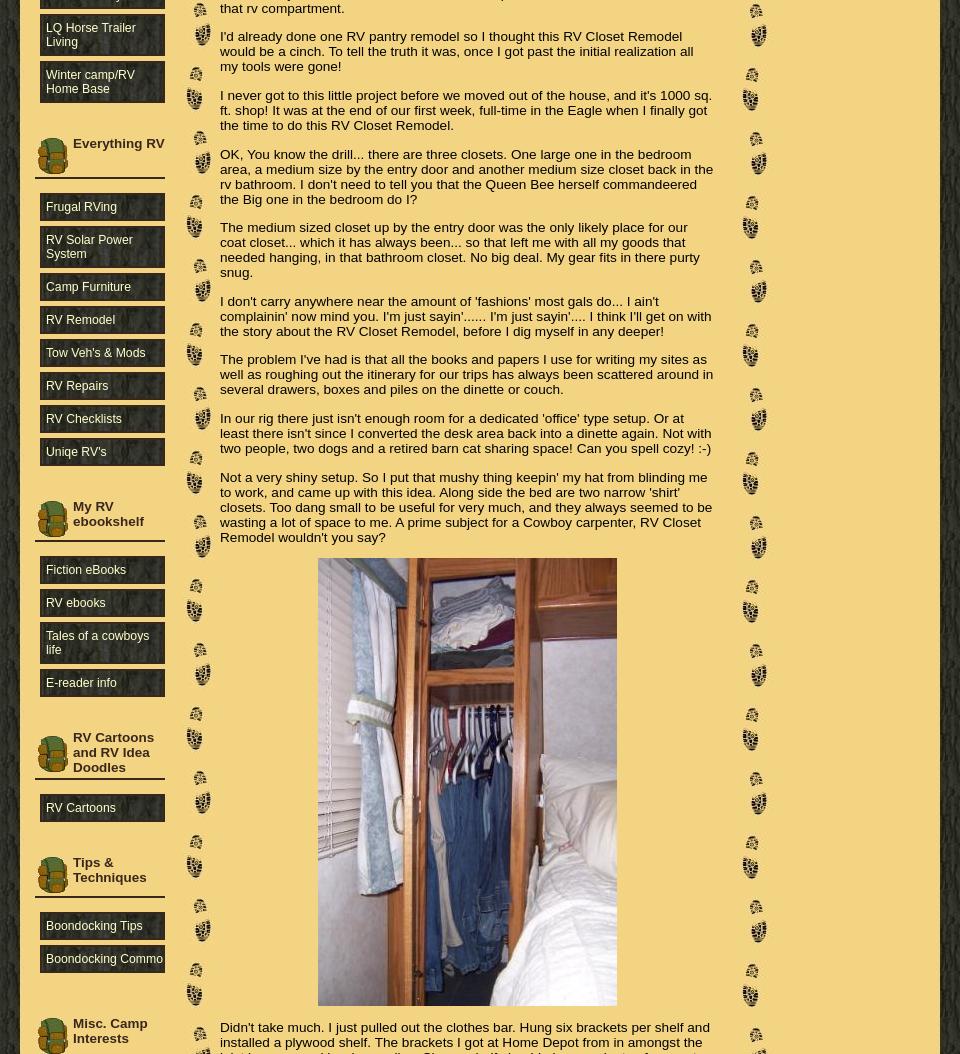  I want to click on 'Misc. Camp Interests', so click(110, 1028).